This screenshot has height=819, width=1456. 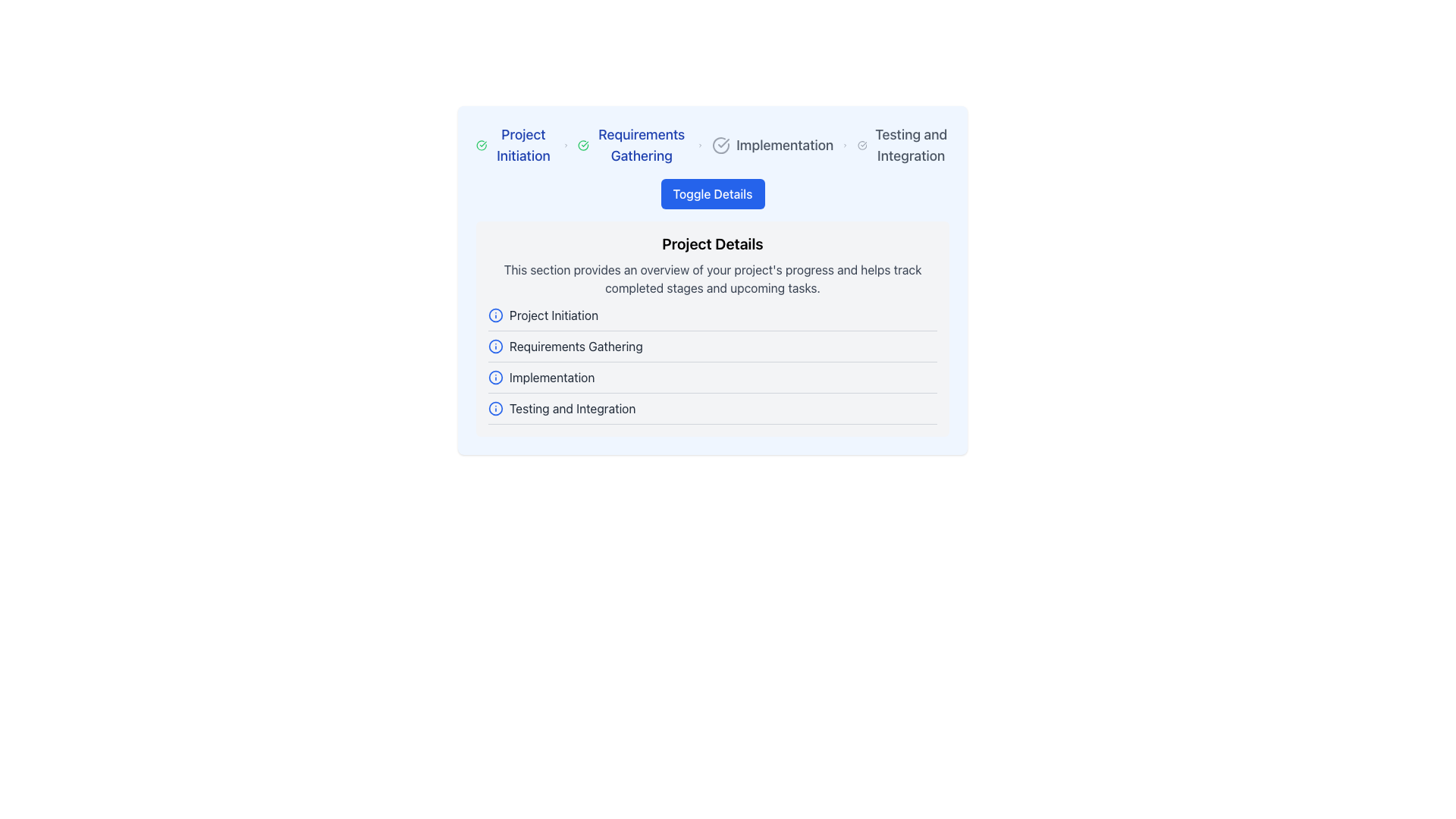 I want to click on static text label displaying 'Testing and Integration', which is a medium-sized bold gray font aligned with other labels in the interface, so click(x=910, y=146).